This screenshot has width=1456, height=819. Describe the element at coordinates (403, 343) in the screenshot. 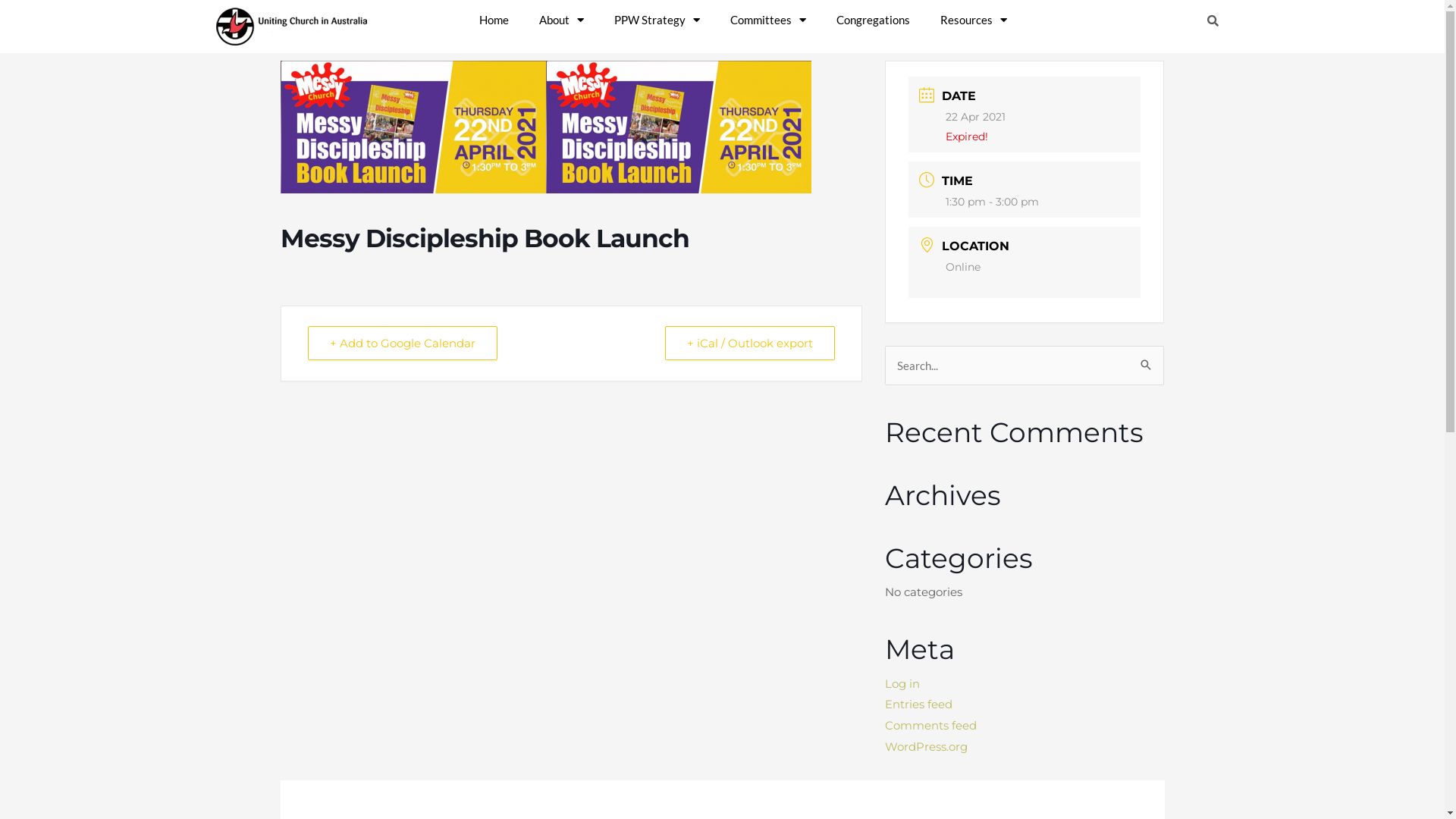

I see `'+ Add to Google Calendar'` at that location.